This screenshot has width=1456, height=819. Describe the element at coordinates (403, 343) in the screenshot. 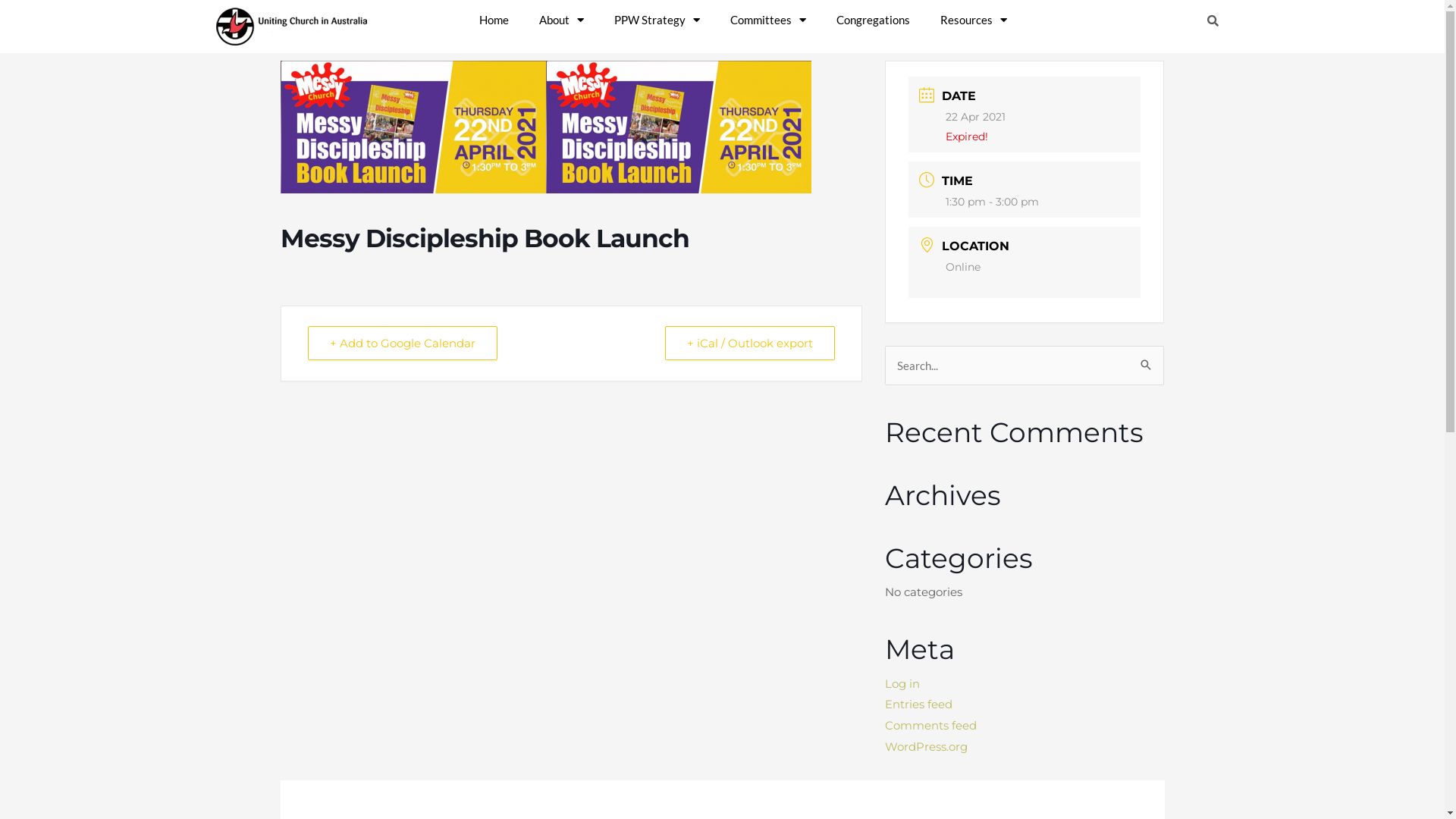

I see `'+ Add to Google Calendar'` at that location.